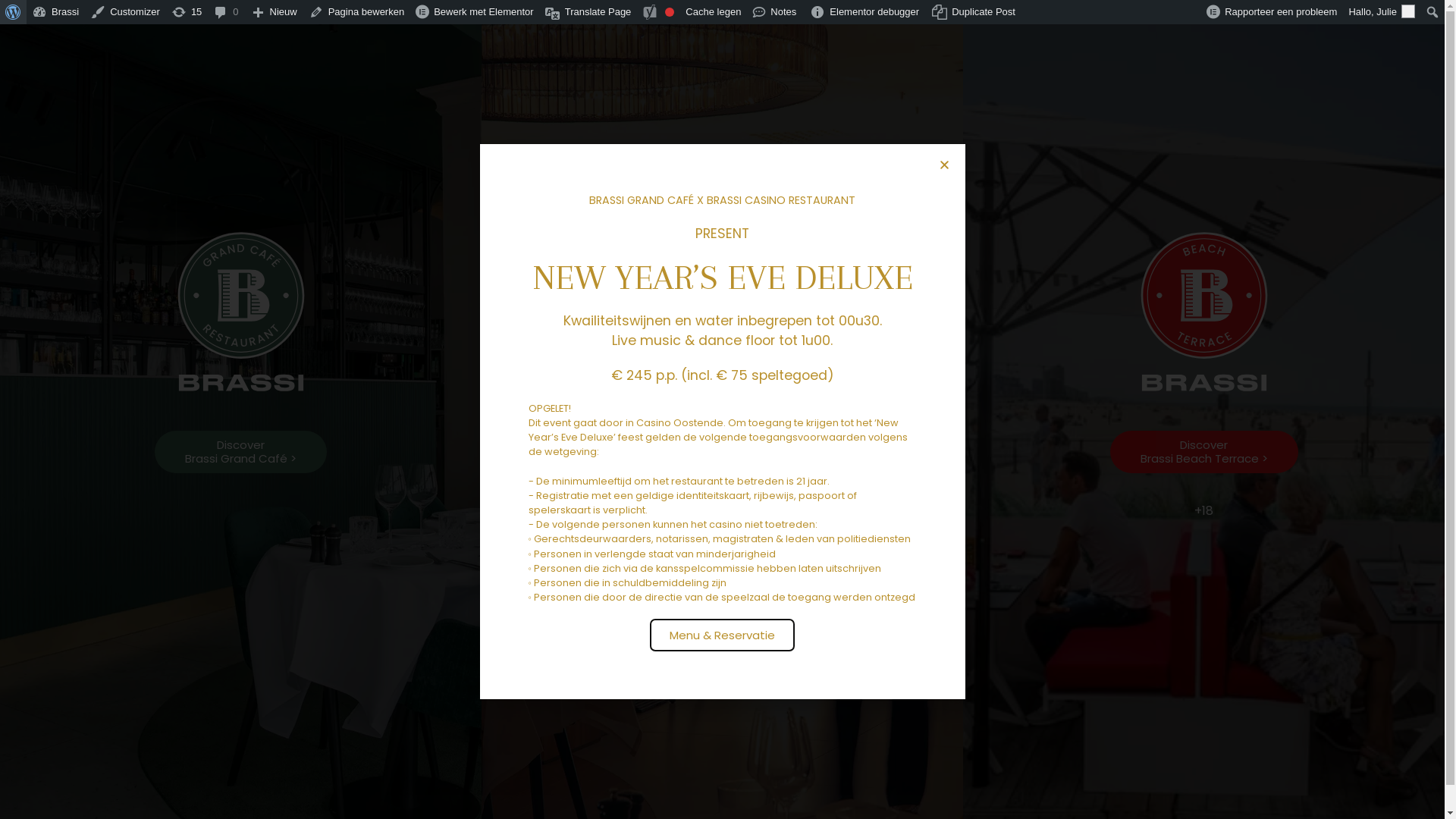  Describe the element at coordinates (224, 11) in the screenshot. I see `'0'` at that location.